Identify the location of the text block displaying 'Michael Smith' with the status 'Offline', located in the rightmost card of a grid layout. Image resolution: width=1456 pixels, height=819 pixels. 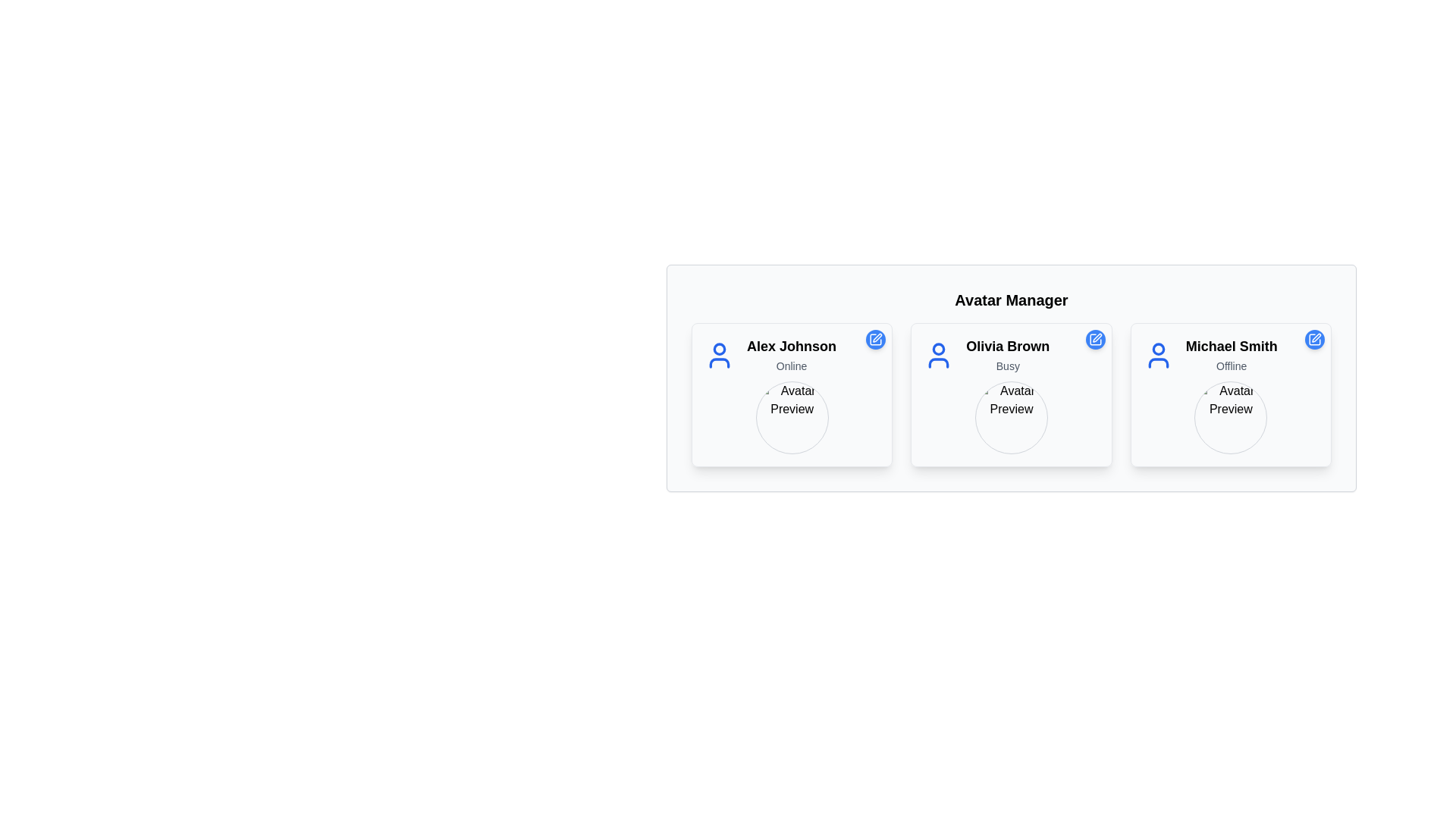
(1232, 356).